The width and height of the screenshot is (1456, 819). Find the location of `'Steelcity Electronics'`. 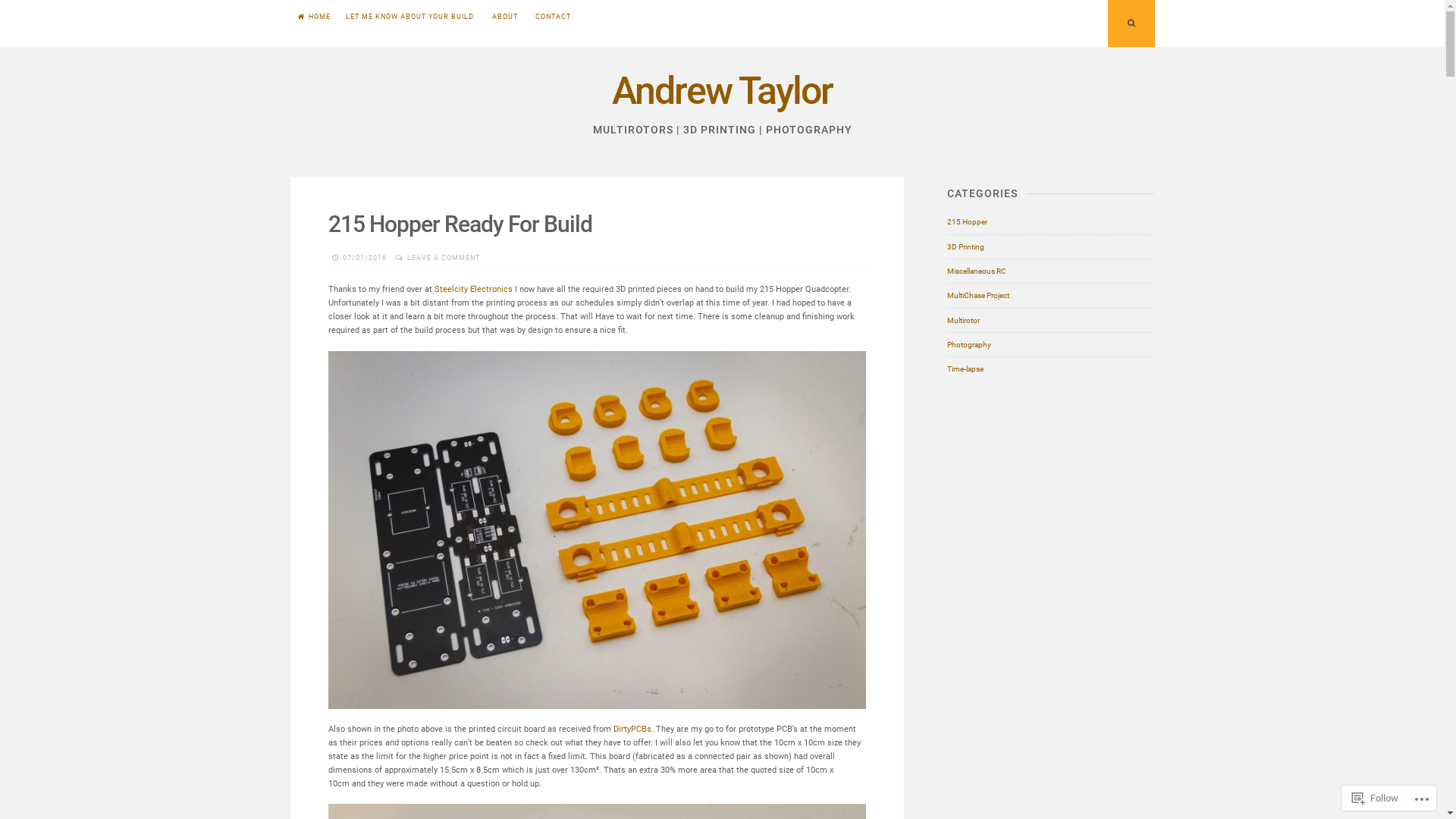

'Steelcity Electronics' is located at coordinates (472, 289).